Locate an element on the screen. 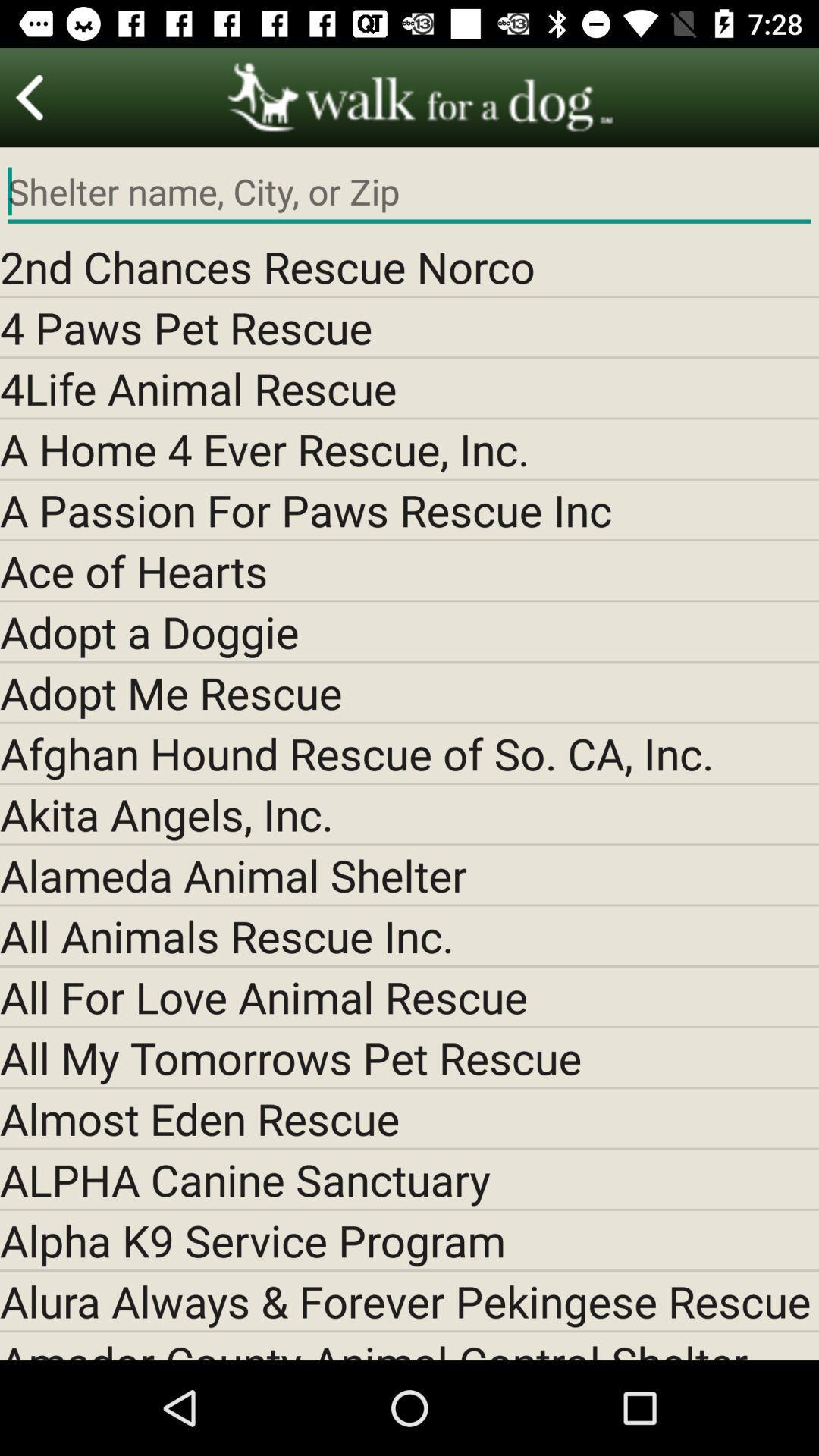  for preview is located at coordinates (30, 96).